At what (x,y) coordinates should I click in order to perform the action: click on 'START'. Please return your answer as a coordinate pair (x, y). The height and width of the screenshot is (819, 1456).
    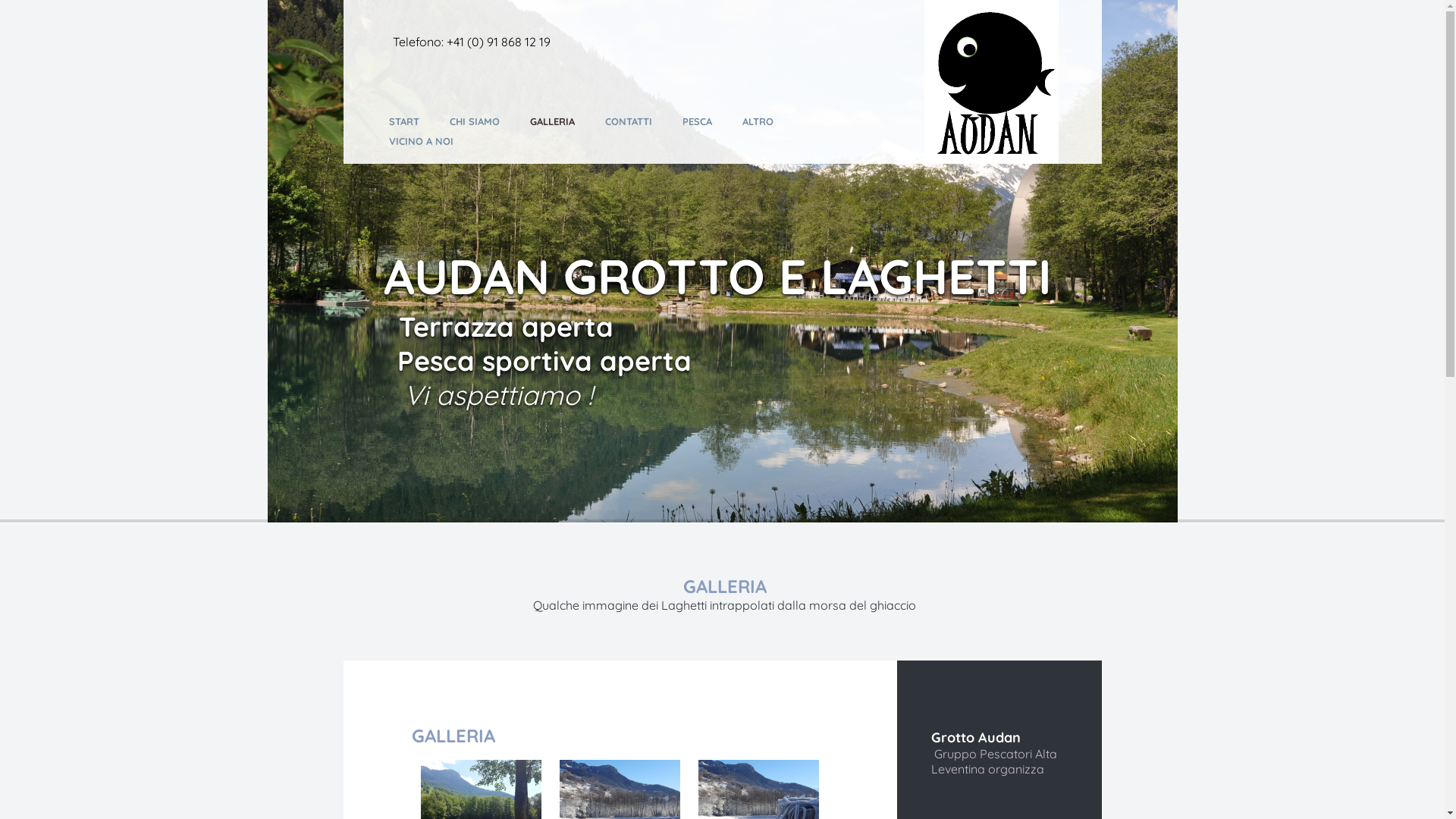
    Looking at the image, I should click on (409, 120).